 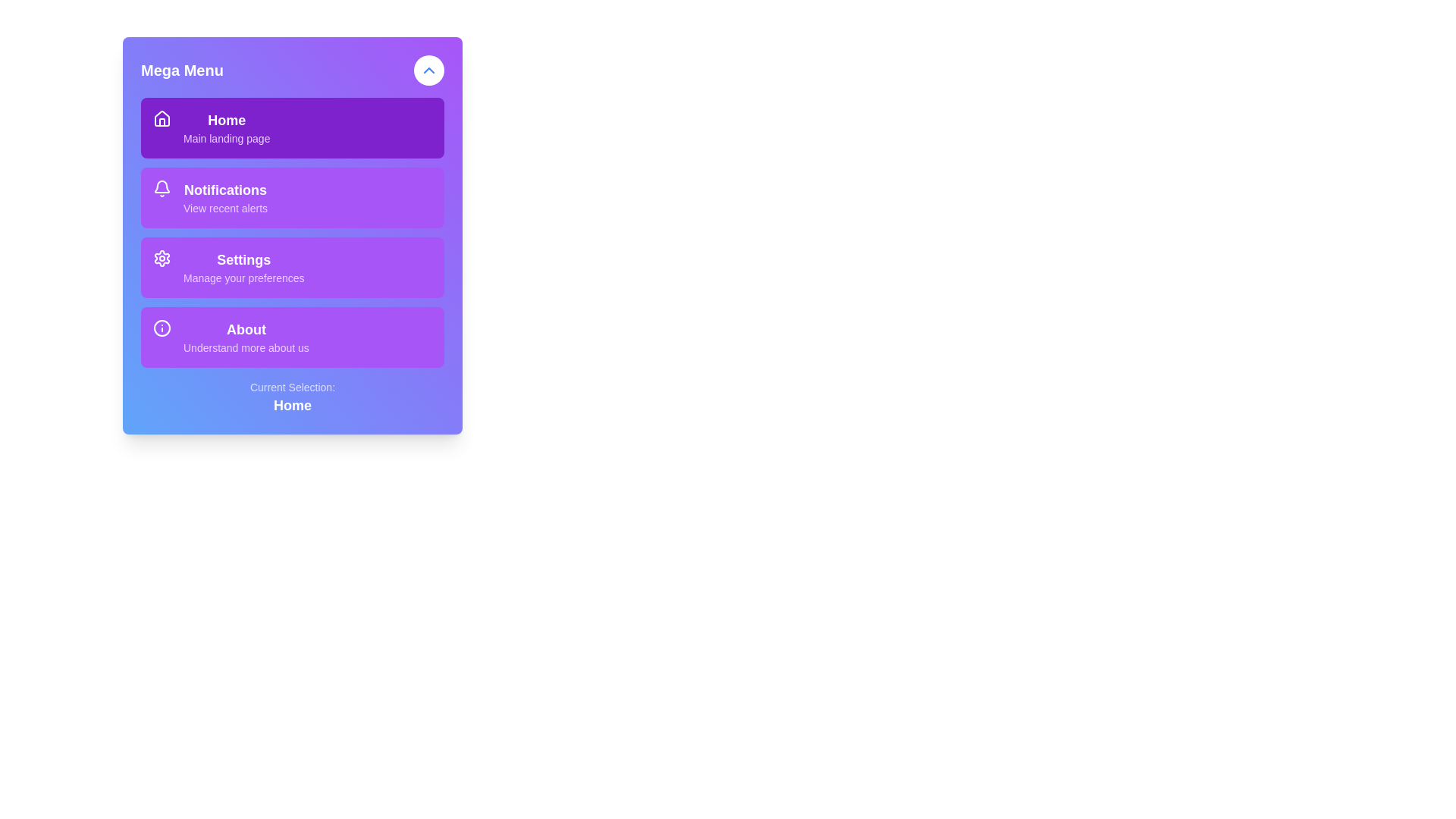 I want to click on the purple rounded rectangular button labeled 'Settings', so click(x=292, y=267).